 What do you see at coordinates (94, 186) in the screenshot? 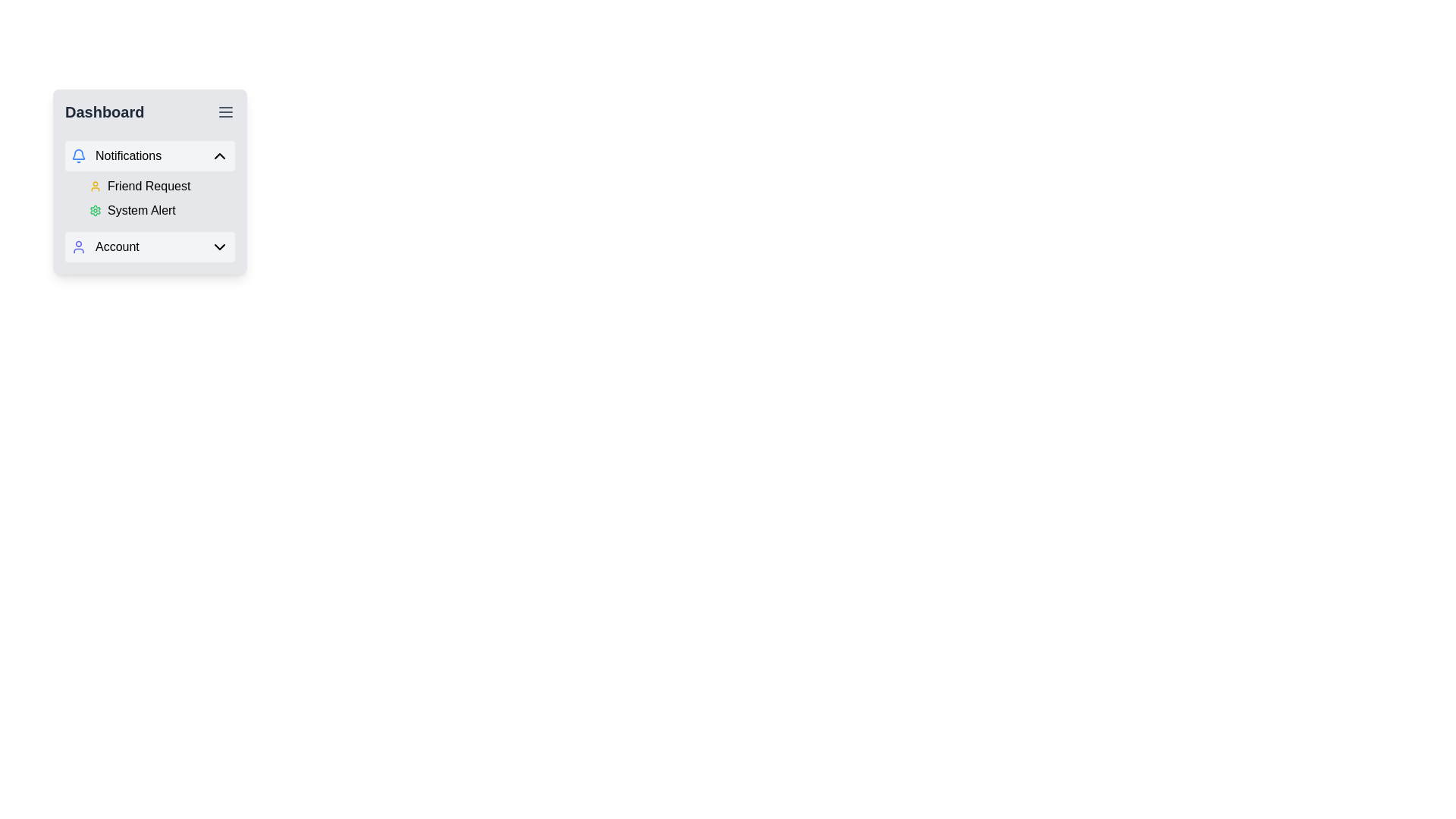
I see `the user profile icon located to the left of the 'Friend Request' label in the notifications section of the dashboard widget` at bounding box center [94, 186].